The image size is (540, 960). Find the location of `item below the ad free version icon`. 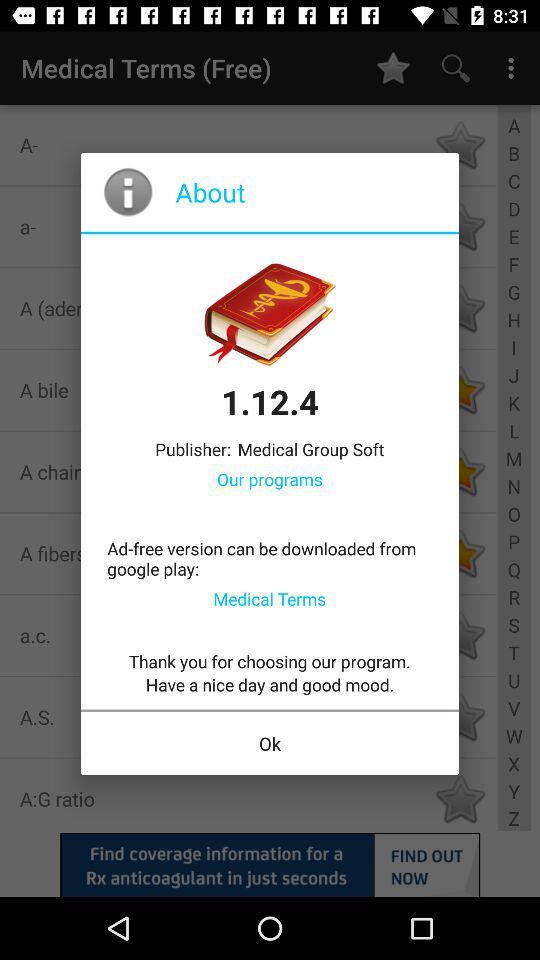

item below the ad free version icon is located at coordinates (269, 598).